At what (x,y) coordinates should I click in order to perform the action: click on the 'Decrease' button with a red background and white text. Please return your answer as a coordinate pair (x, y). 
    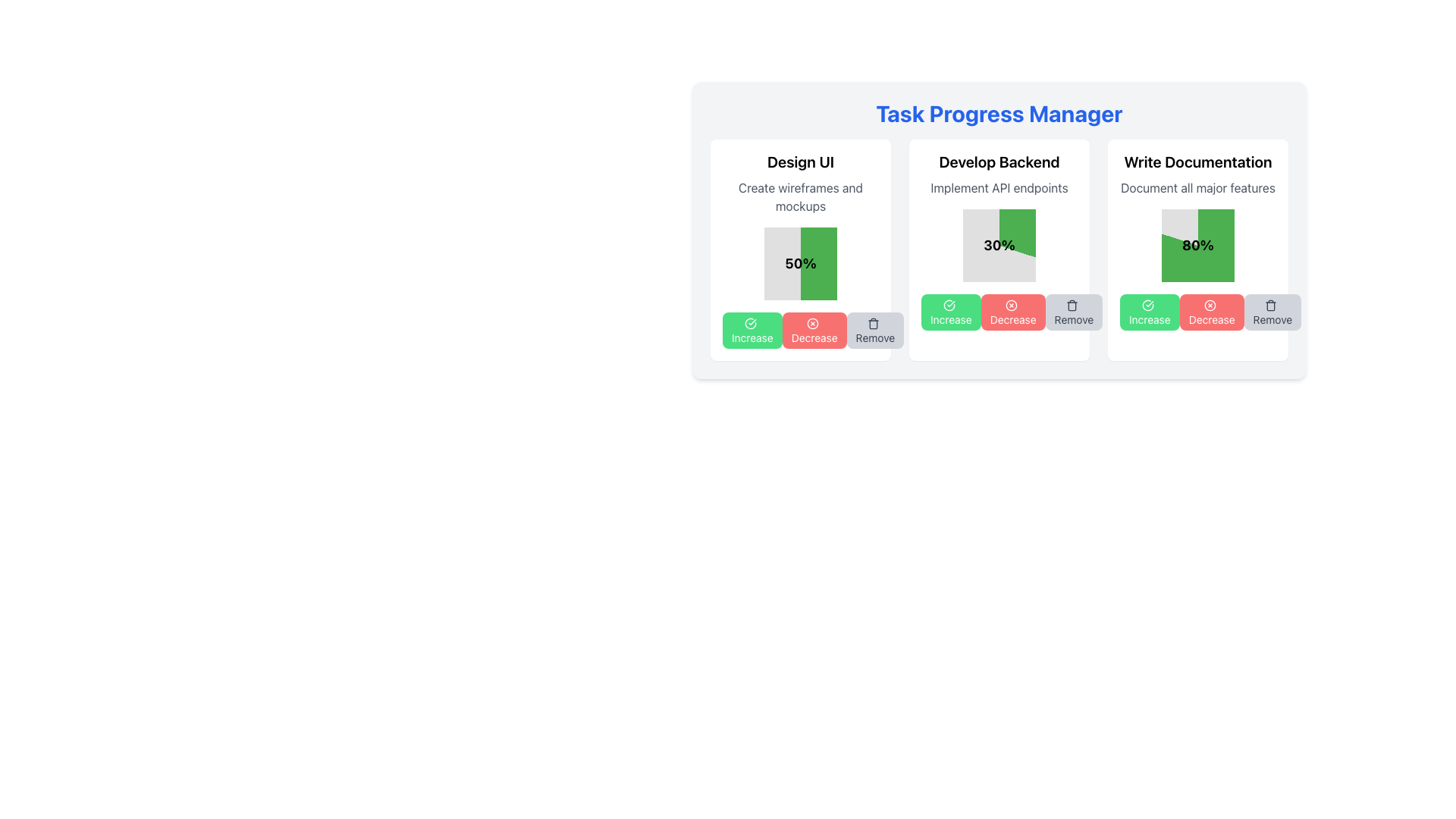
    Looking at the image, I should click on (1211, 312).